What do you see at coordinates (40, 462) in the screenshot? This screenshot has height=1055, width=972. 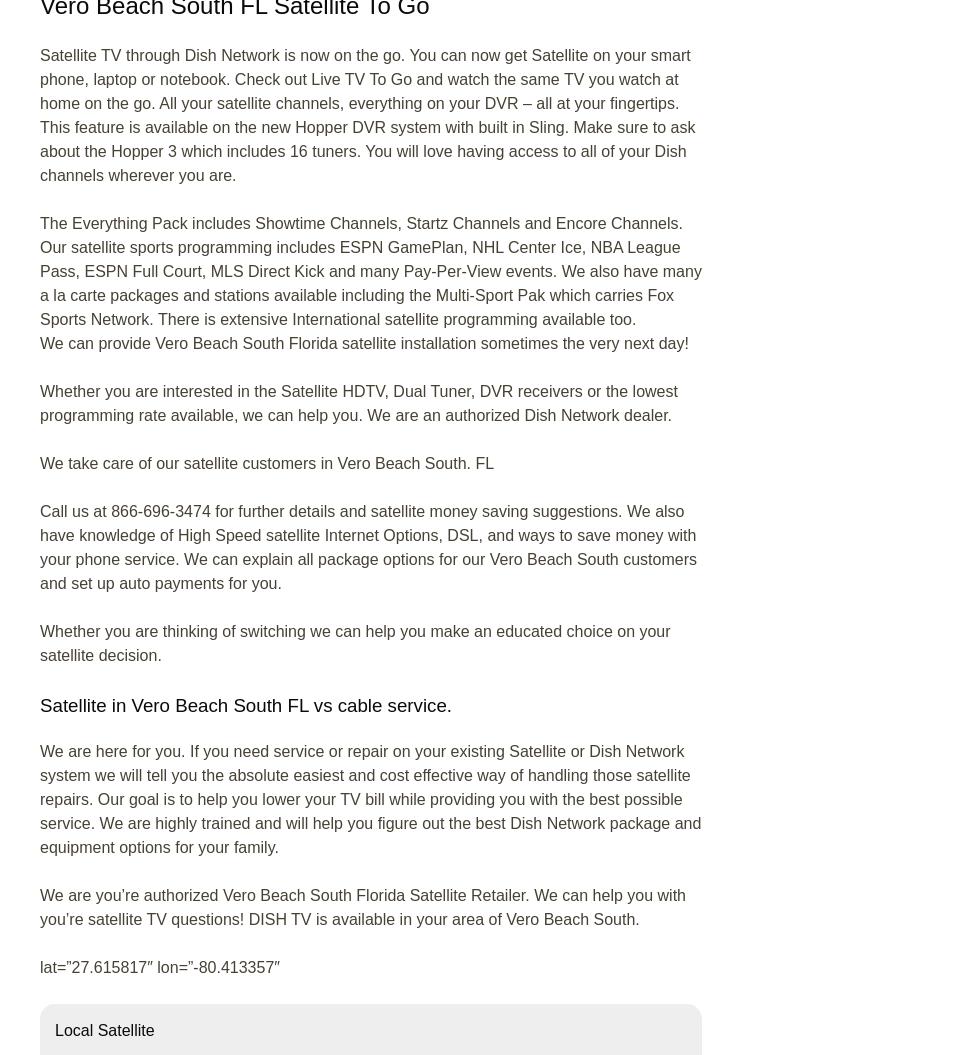 I see `'We take care of our satellite customers in Vero Beach South. FL'` at bounding box center [40, 462].